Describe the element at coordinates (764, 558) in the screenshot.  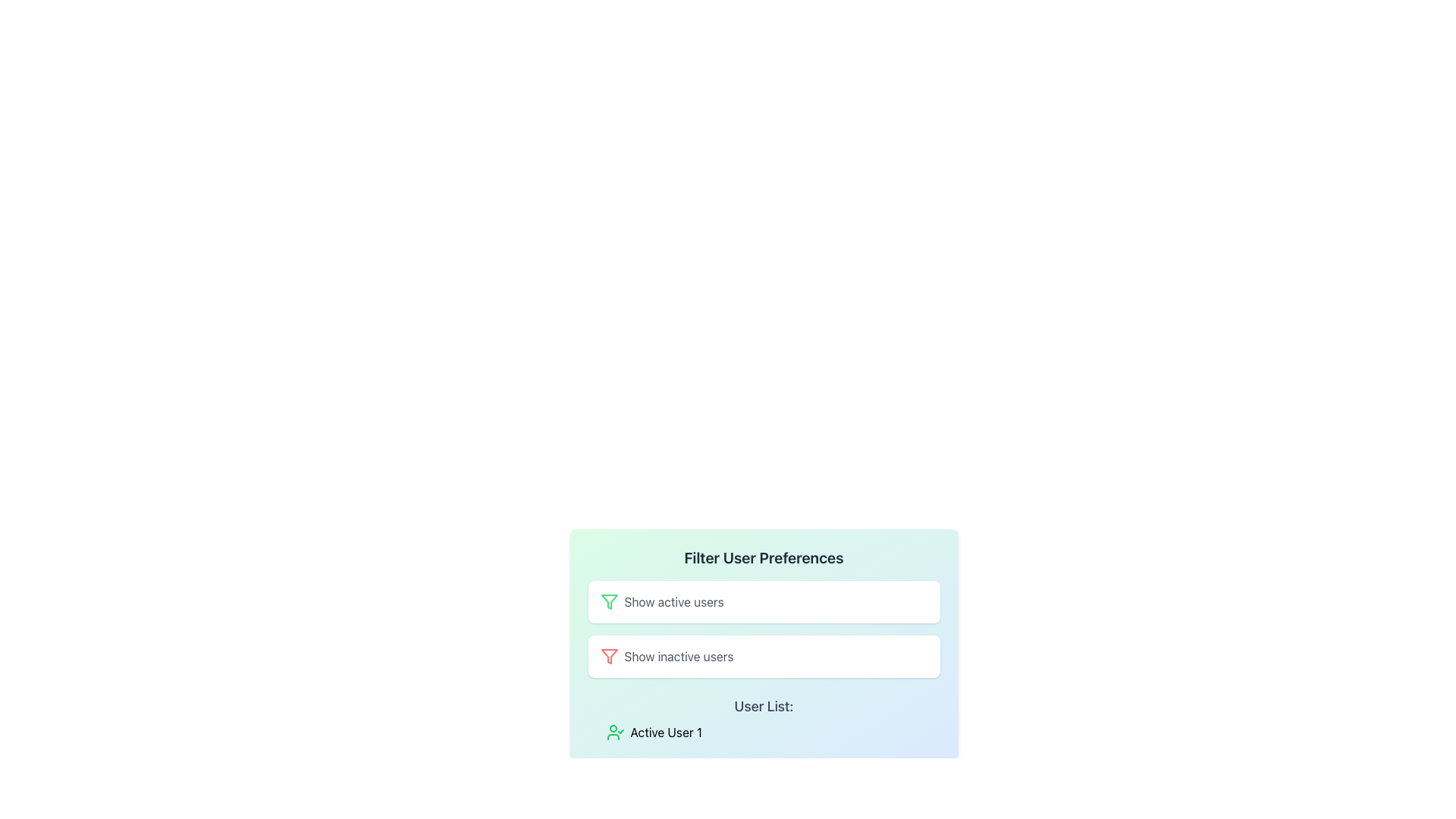
I see `the header text label that describes the functionality of the section, located at the top of a card-like component` at that location.